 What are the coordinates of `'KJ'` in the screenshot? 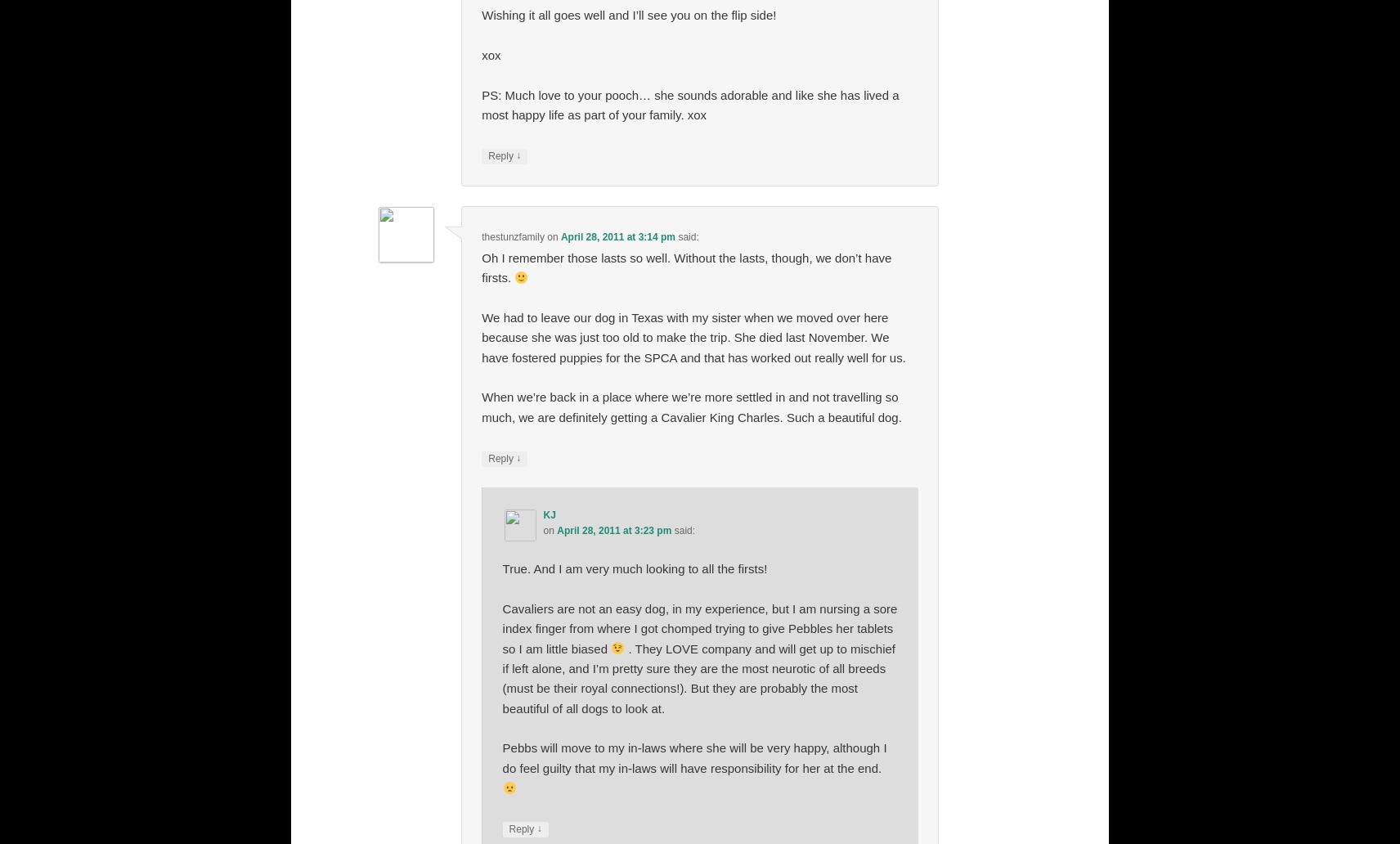 It's located at (543, 514).